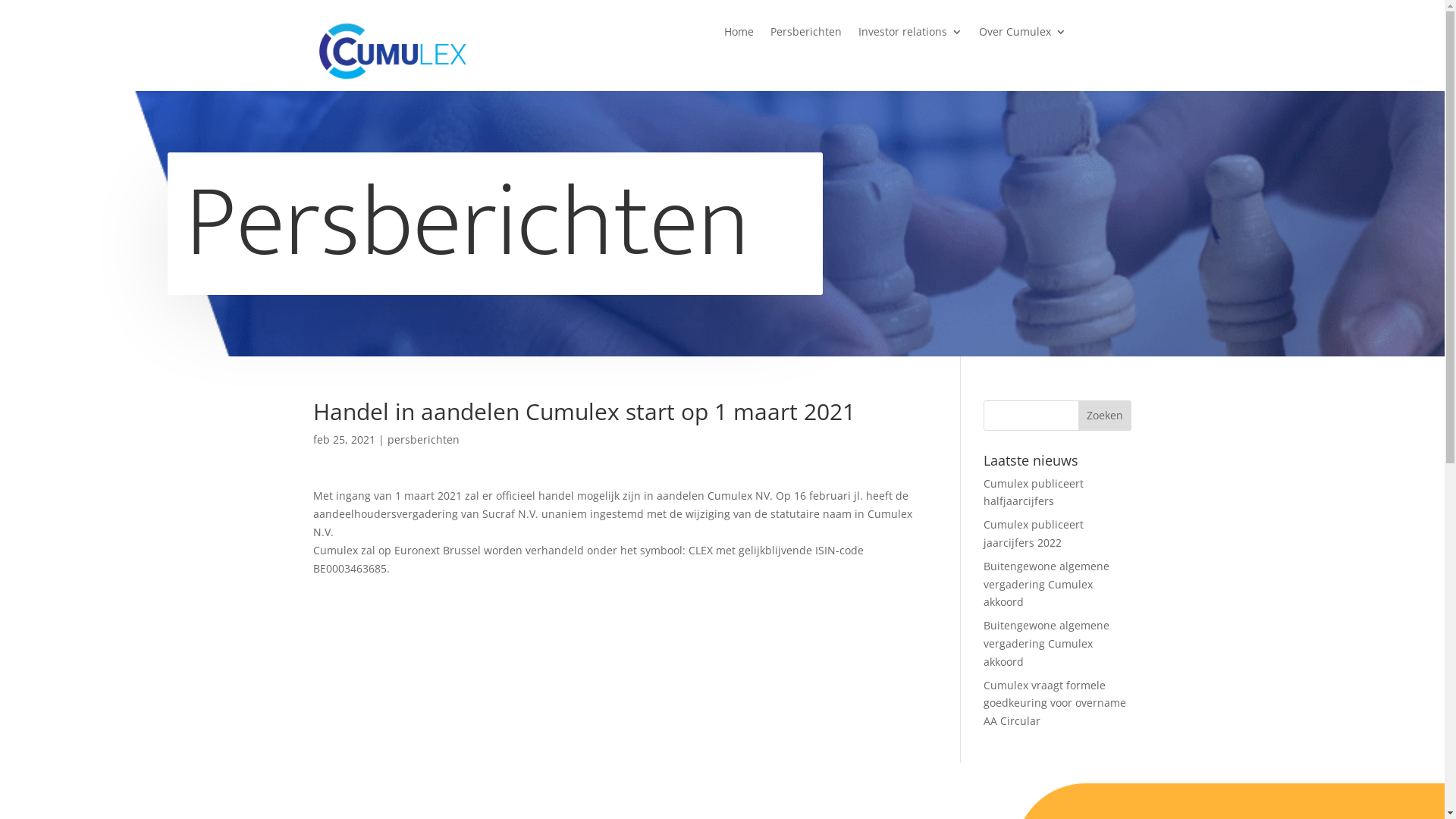 Image resolution: width=1456 pixels, height=819 pixels. I want to click on 'Cumulex publiceert jaarcijfers 2022', so click(1033, 532).